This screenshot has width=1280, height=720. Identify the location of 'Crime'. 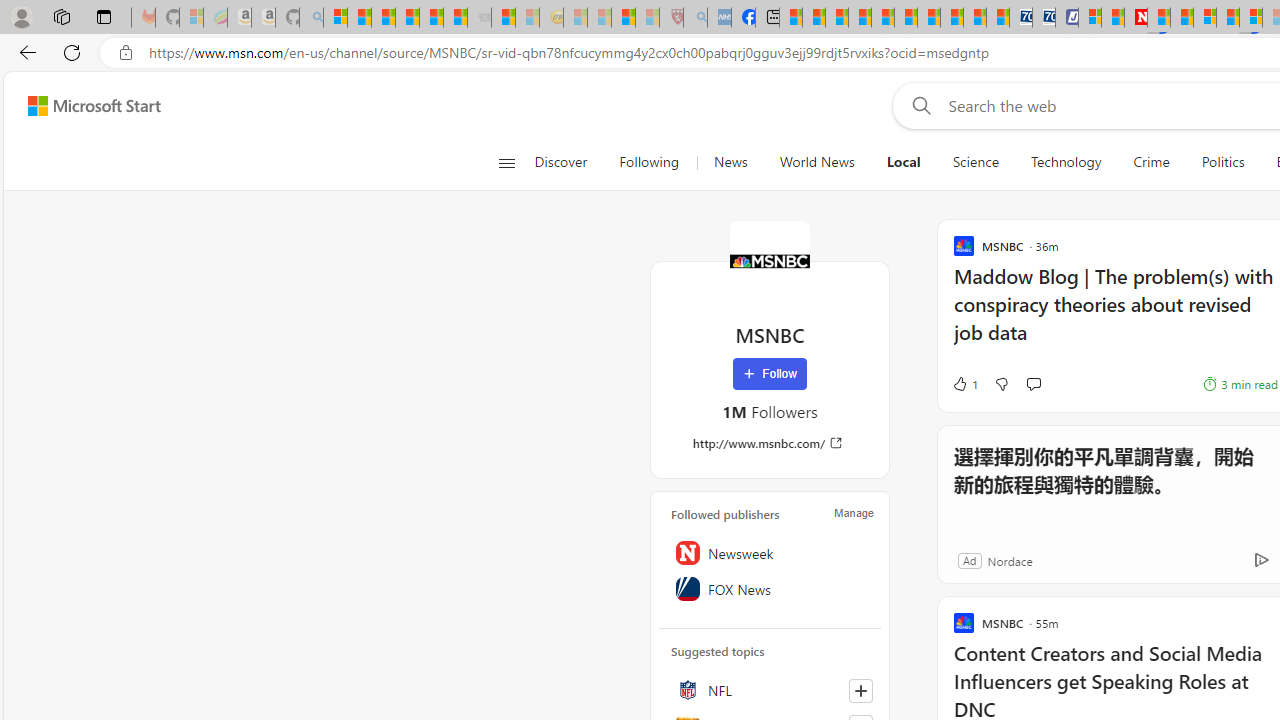
(1152, 162).